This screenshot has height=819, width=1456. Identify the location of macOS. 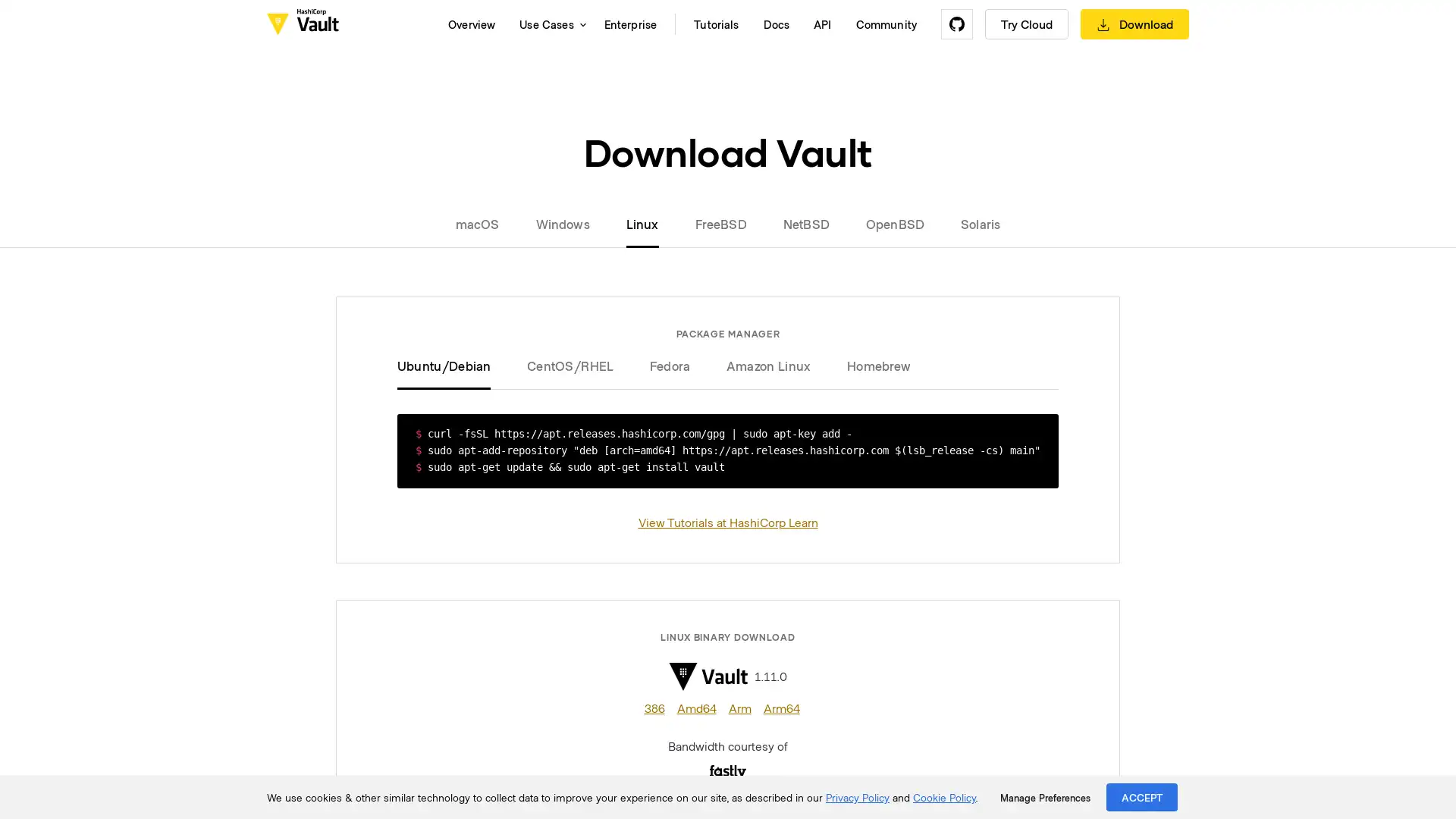
(486, 223).